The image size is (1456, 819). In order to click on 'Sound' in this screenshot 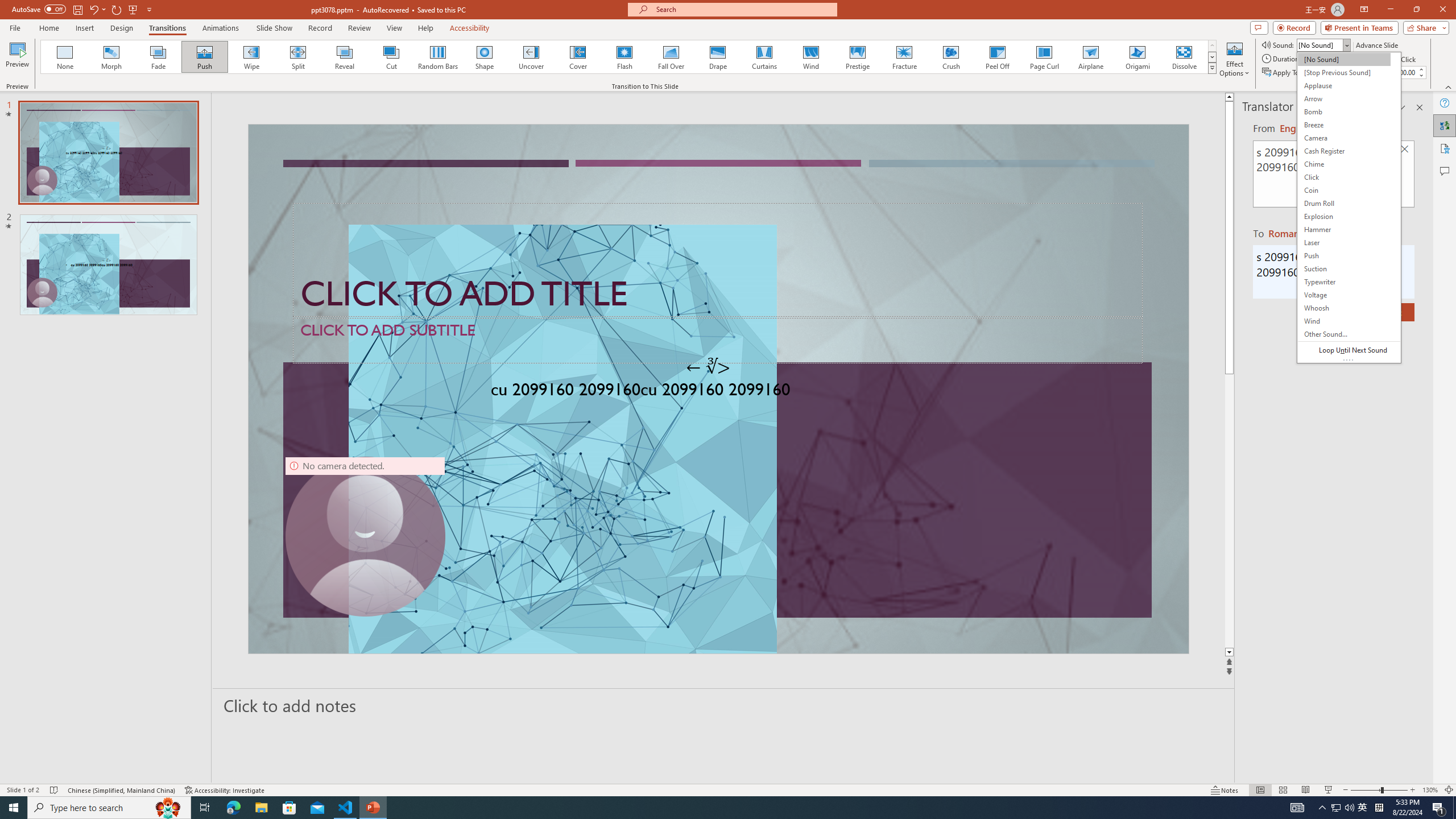, I will do `click(1323, 44)`.